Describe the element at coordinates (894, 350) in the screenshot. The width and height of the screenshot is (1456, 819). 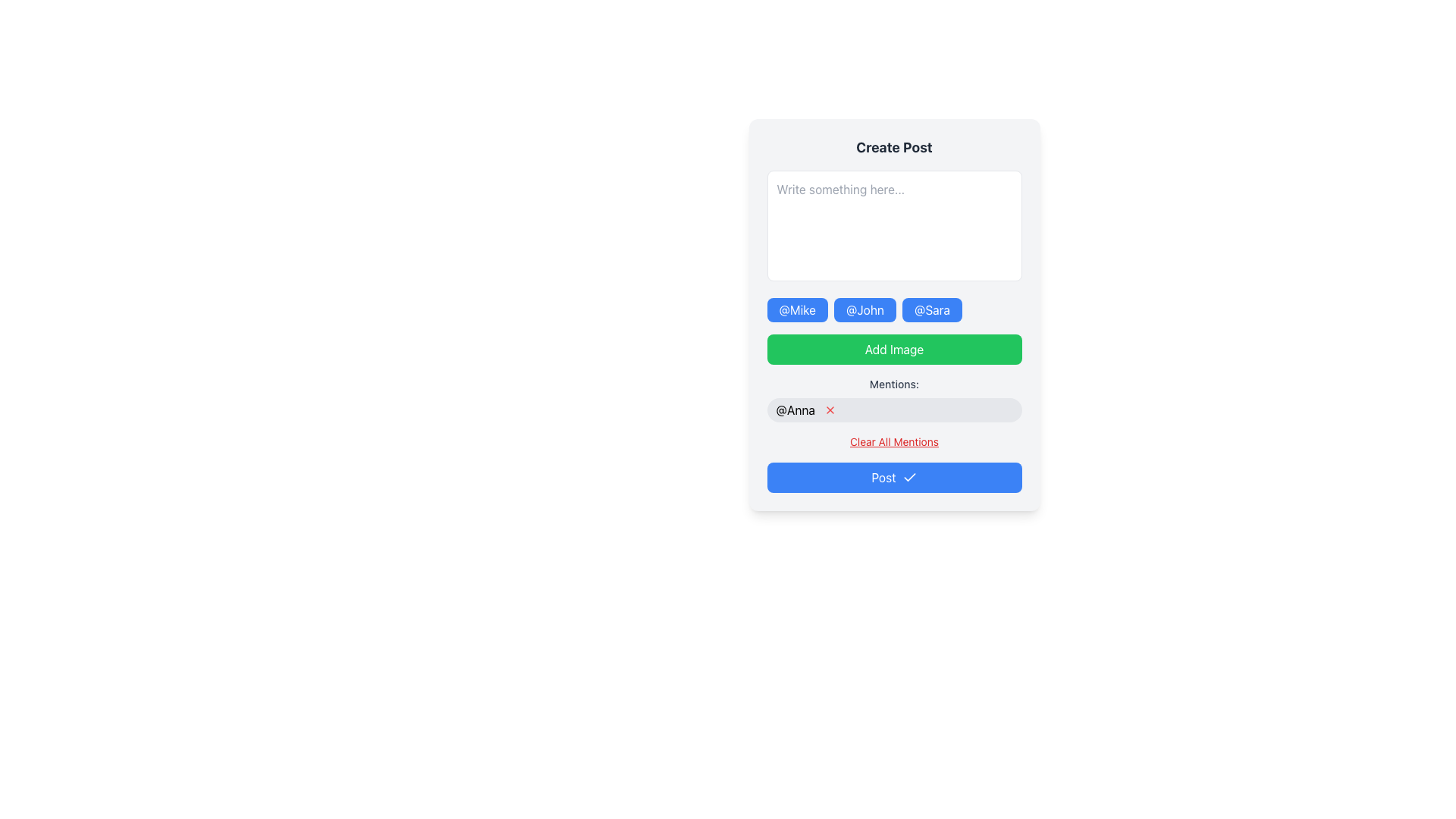
I see `the rectangular green button with rounded corners that reads 'Add Image'` at that location.